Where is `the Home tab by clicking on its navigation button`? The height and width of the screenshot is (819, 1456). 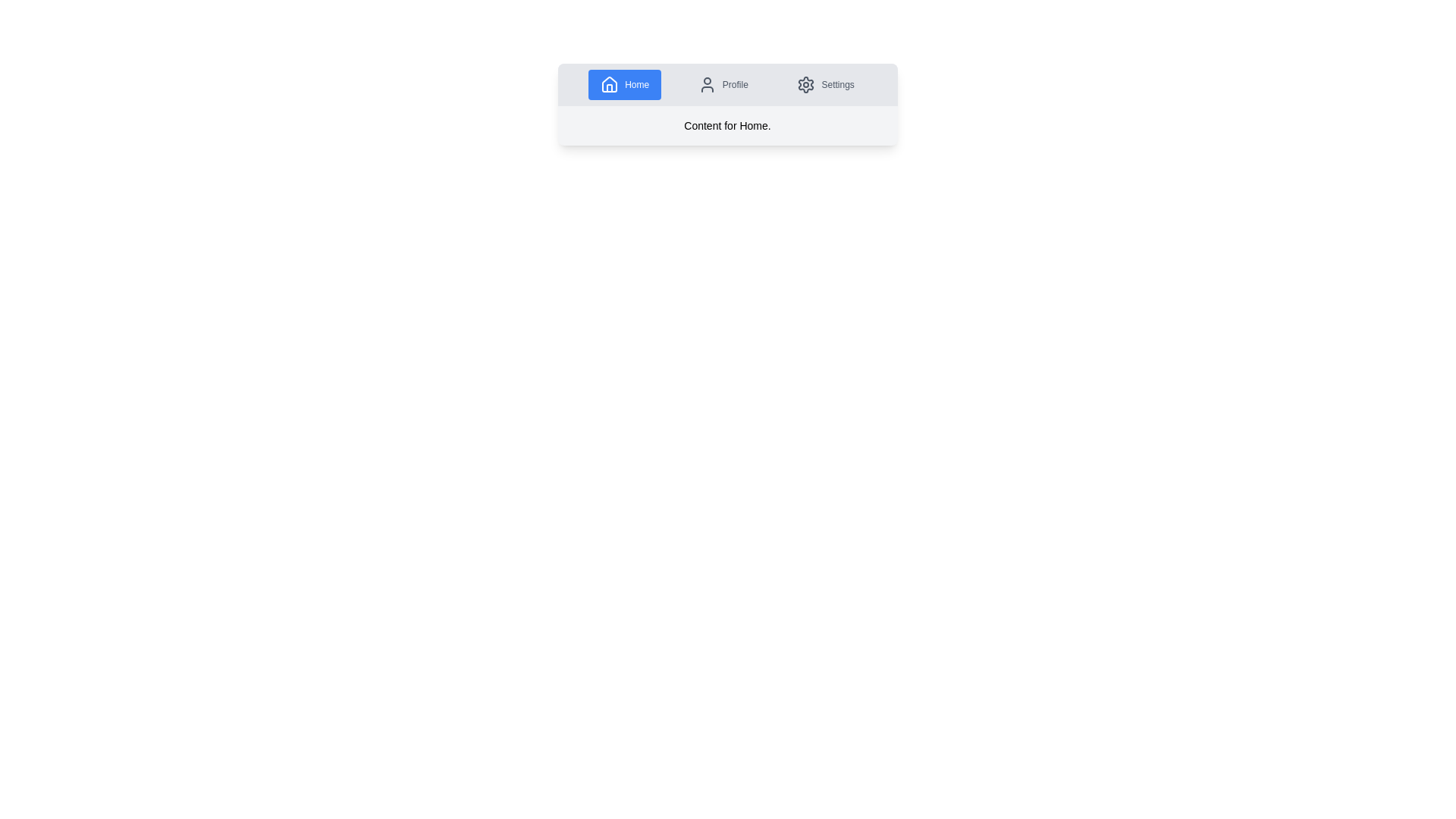 the Home tab by clicking on its navigation button is located at coordinates (625, 84).